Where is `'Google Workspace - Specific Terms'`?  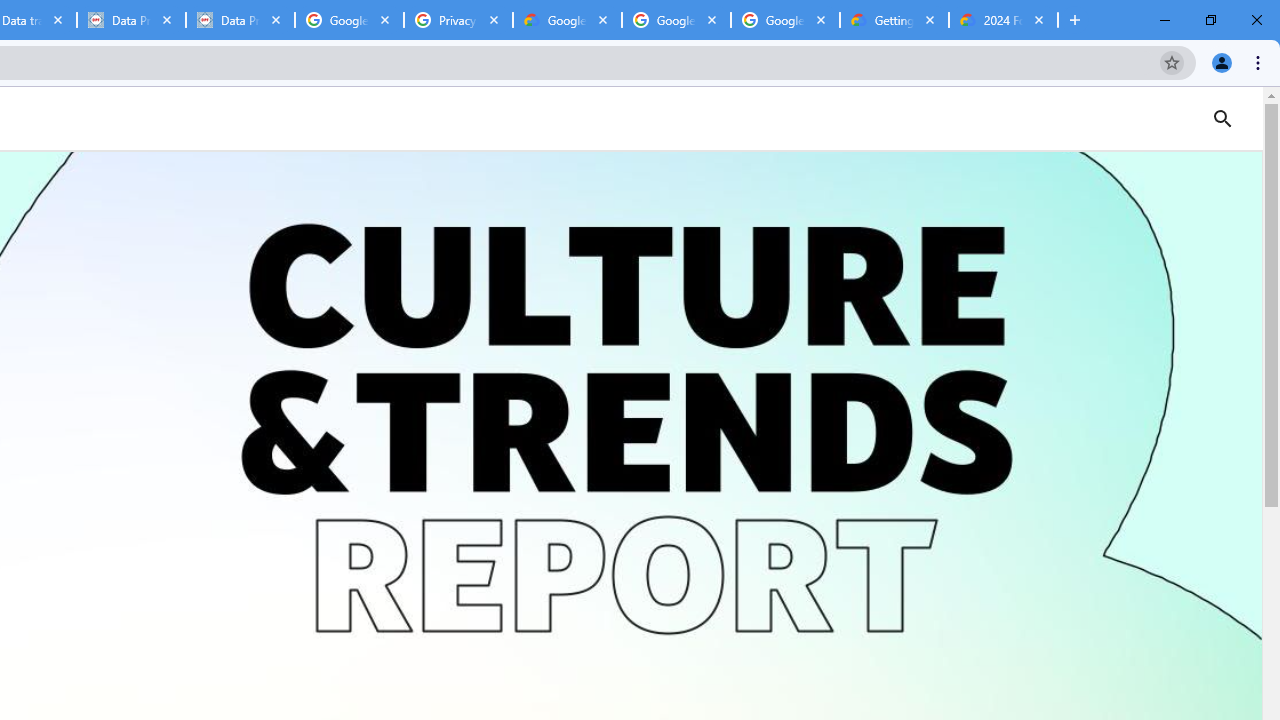 'Google Workspace - Specific Terms' is located at coordinates (676, 20).